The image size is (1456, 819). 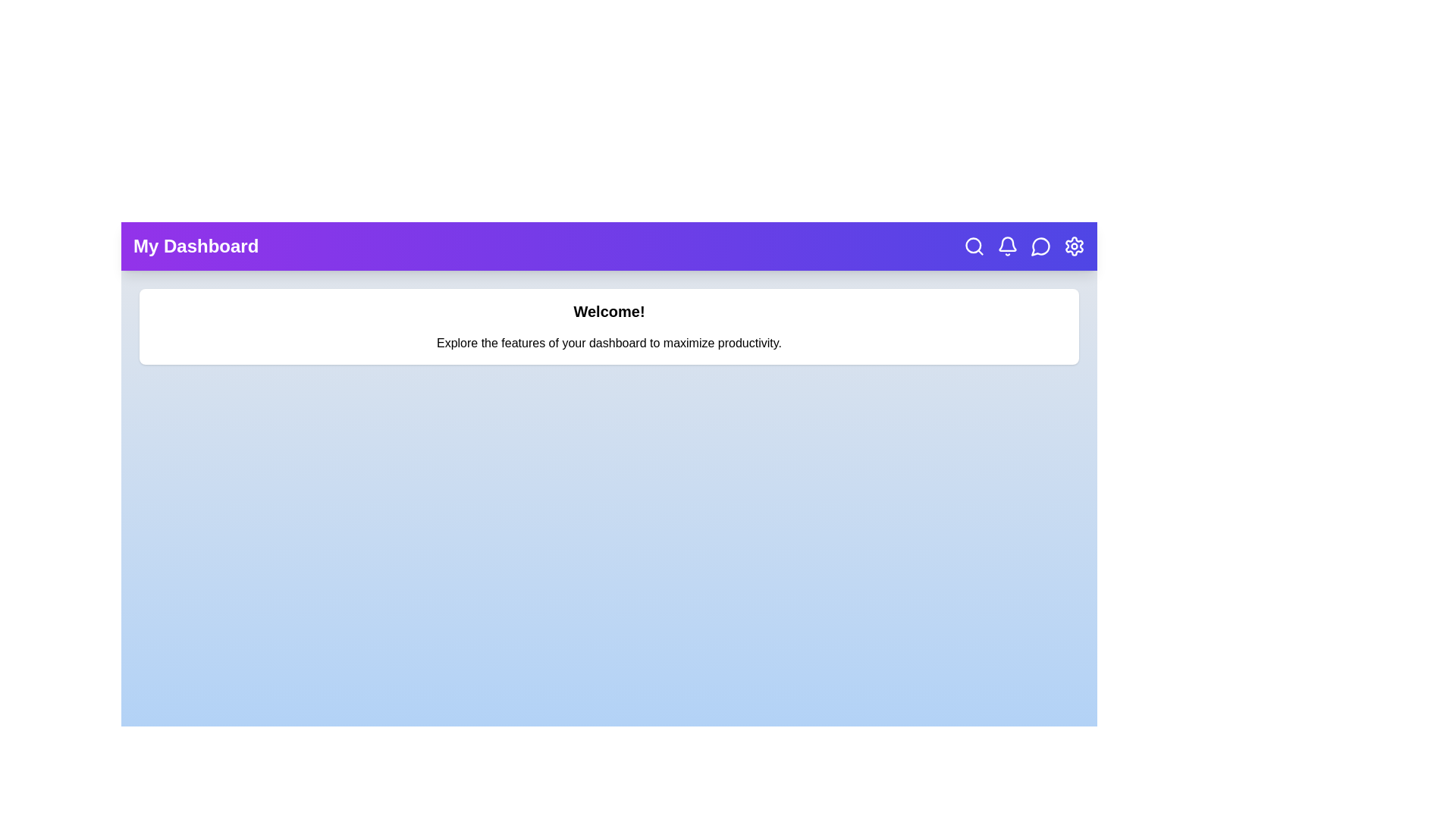 What do you see at coordinates (974, 245) in the screenshot?
I see `the Search button to perform its associated action` at bounding box center [974, 245].